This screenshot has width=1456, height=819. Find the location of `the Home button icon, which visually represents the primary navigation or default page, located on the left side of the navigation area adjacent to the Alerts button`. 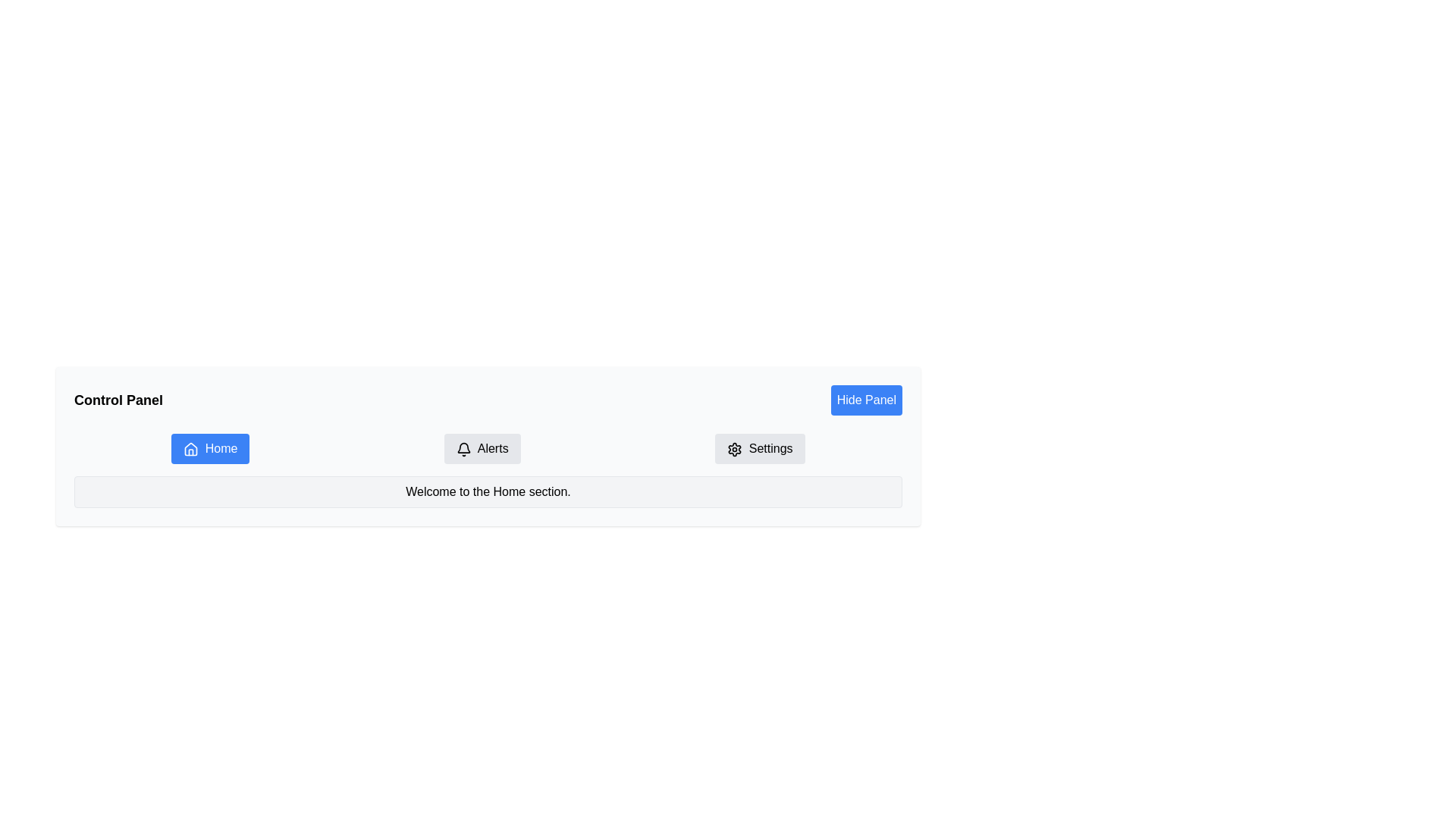

the Home button icon, which visually represents the primary navigation or default page, located on the left side of the navigation area adjacent to the Alerts button is located at coordinates (190, 448).